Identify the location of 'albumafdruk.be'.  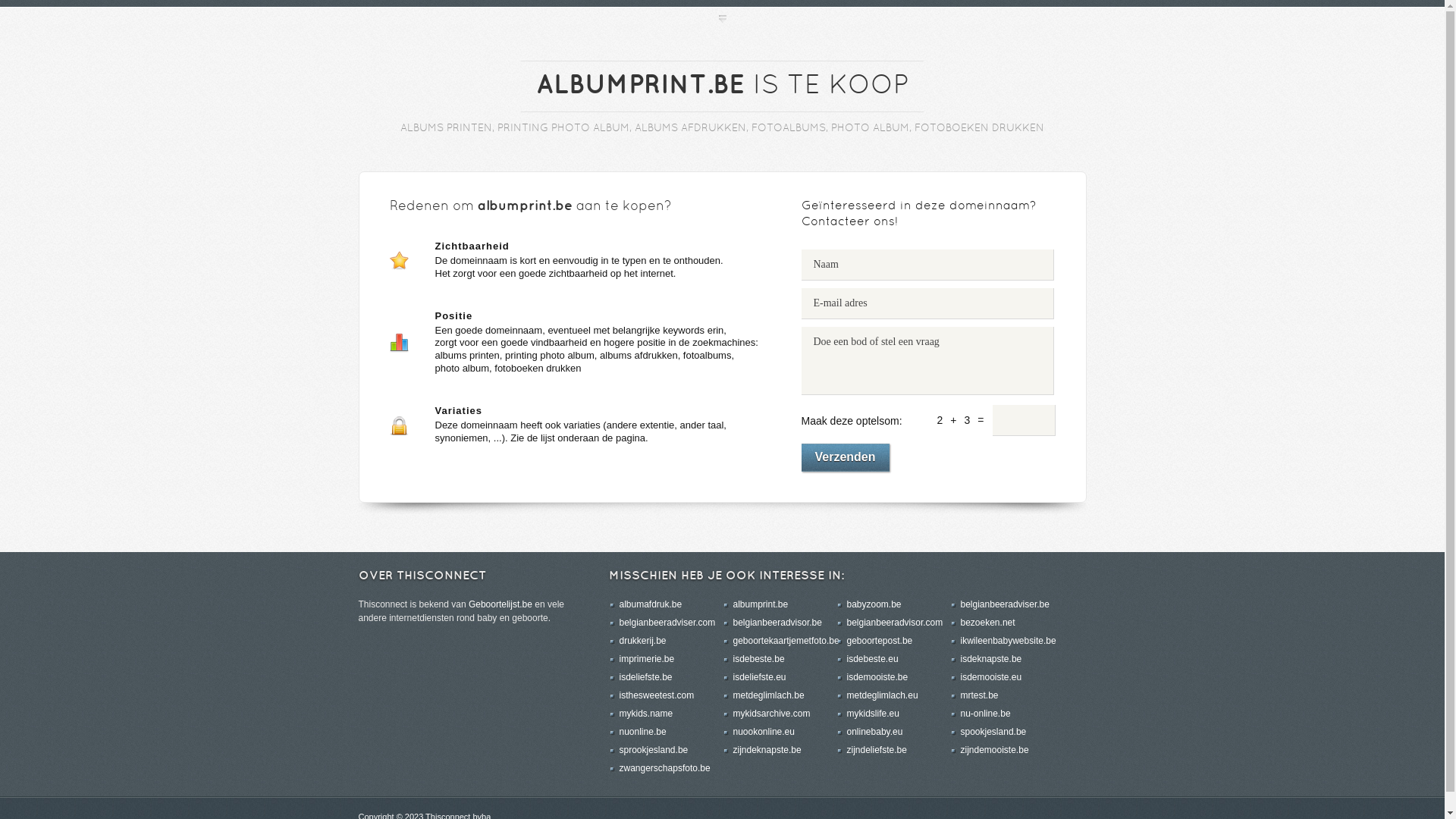
(650, 604).